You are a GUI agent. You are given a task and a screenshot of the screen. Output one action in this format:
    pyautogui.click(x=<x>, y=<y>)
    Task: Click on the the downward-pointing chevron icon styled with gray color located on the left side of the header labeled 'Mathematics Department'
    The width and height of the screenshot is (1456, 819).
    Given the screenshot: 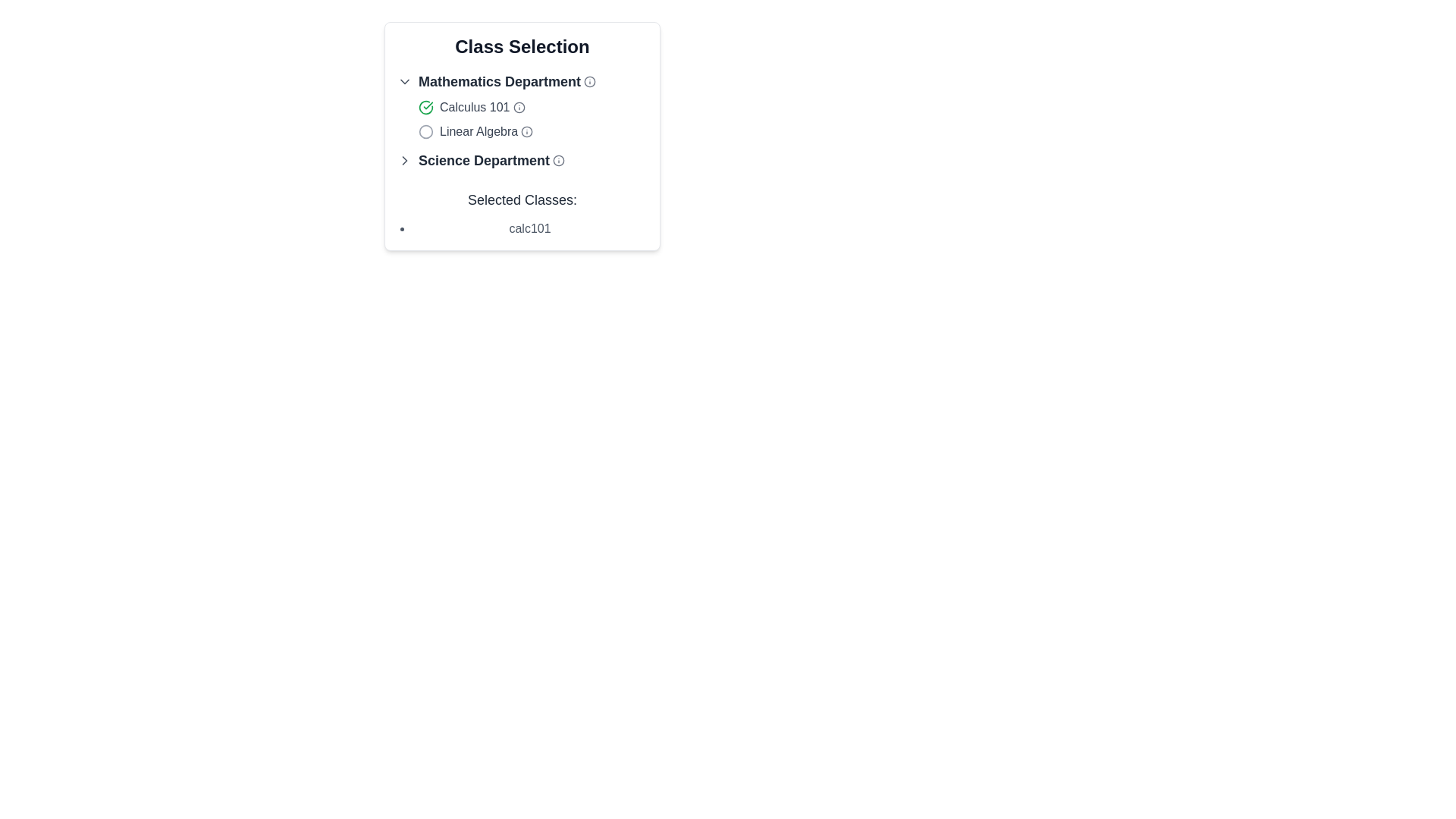 What is the action you would take?
    pyautogui.click(x=404, y=82)
    